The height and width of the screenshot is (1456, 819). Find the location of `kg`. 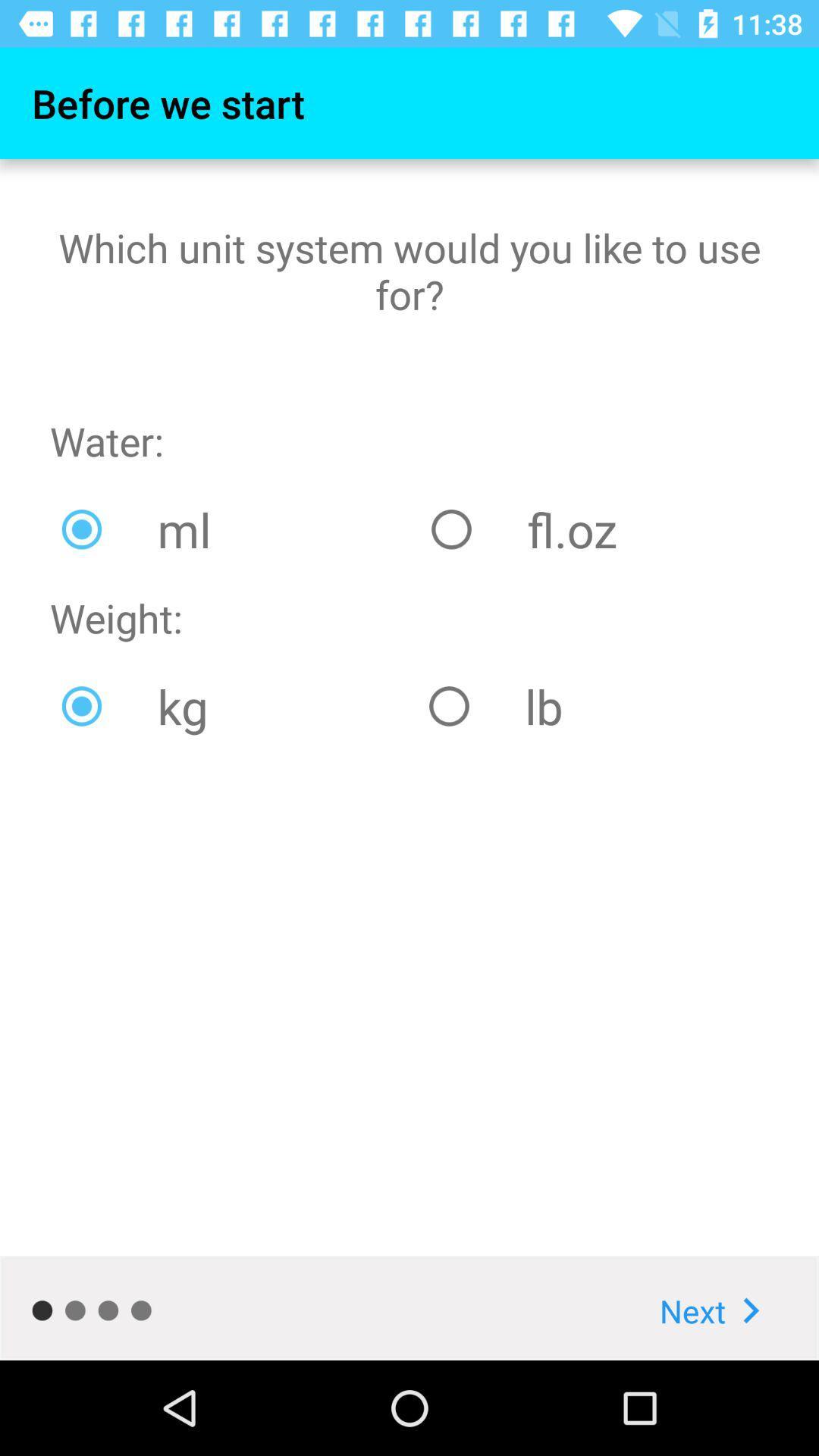

kg is located at coordinates (234, 705).